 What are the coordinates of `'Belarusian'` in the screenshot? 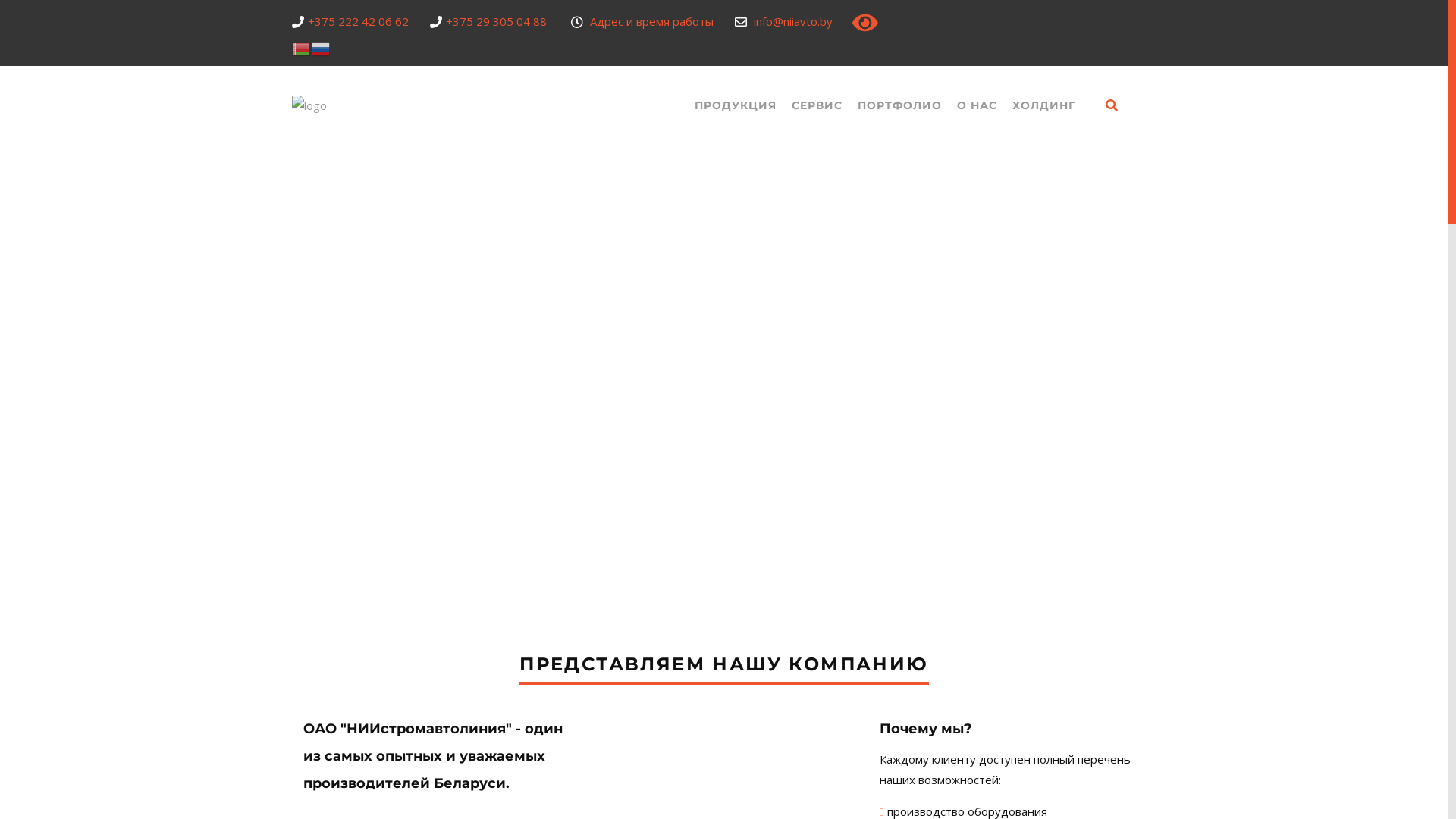 It's located at (291, 46).